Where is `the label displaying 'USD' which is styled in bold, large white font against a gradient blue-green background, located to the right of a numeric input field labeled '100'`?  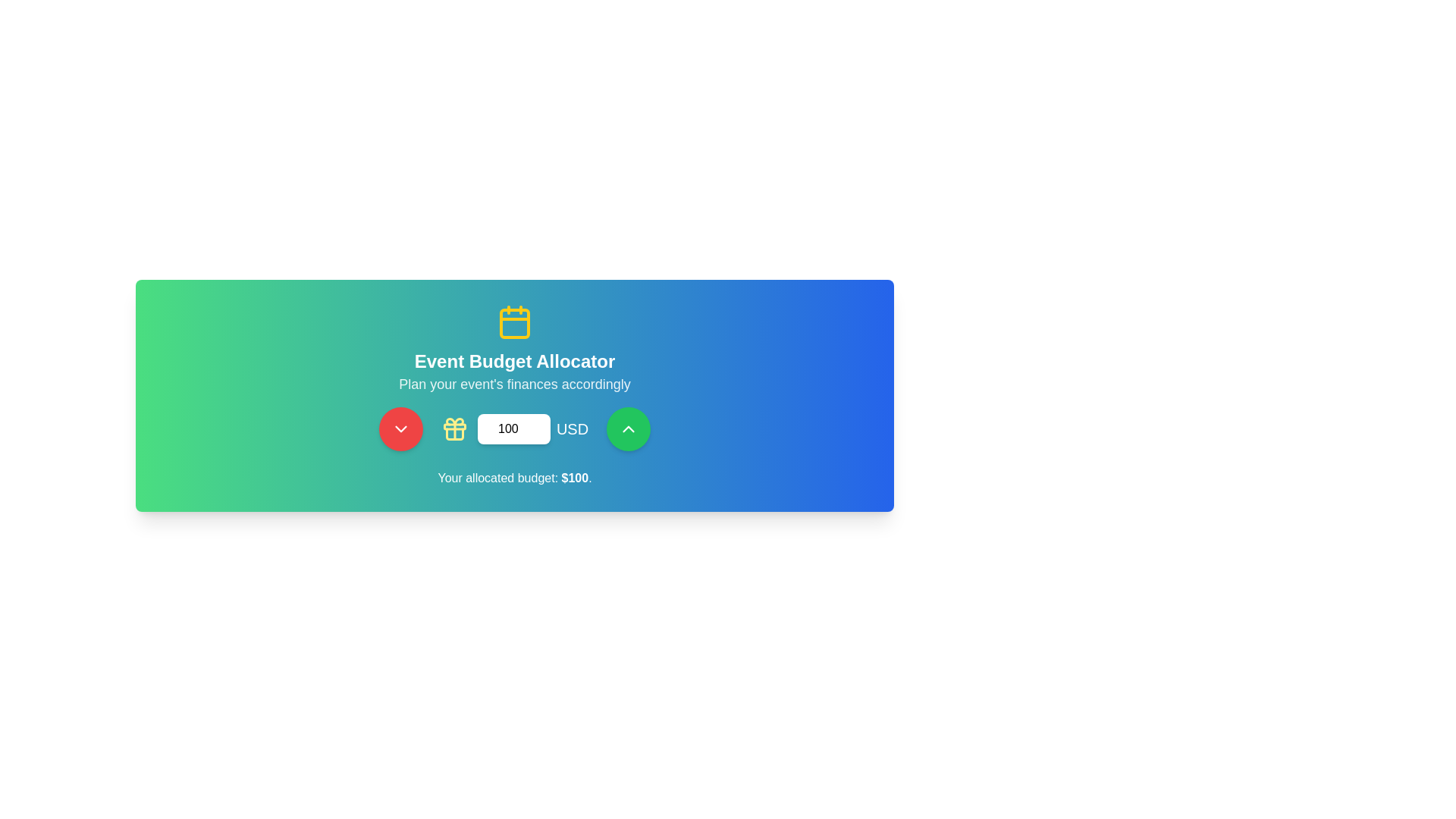 the label displaying 'USD' which is styled in bold, large white font against a gradient blue-green background, located to the right of a numeric input field labeled '100' is located at coordinates (571, 429).